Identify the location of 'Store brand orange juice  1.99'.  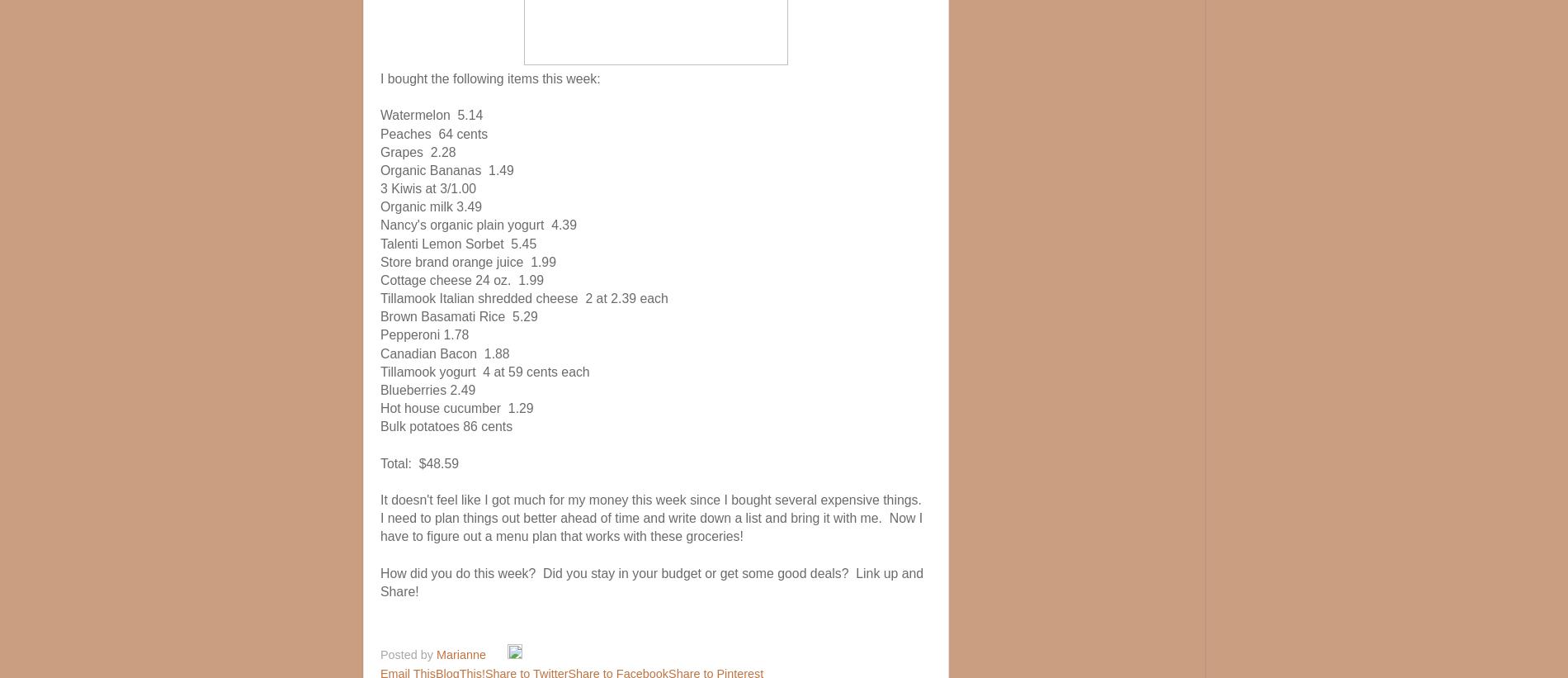
(467, 260).